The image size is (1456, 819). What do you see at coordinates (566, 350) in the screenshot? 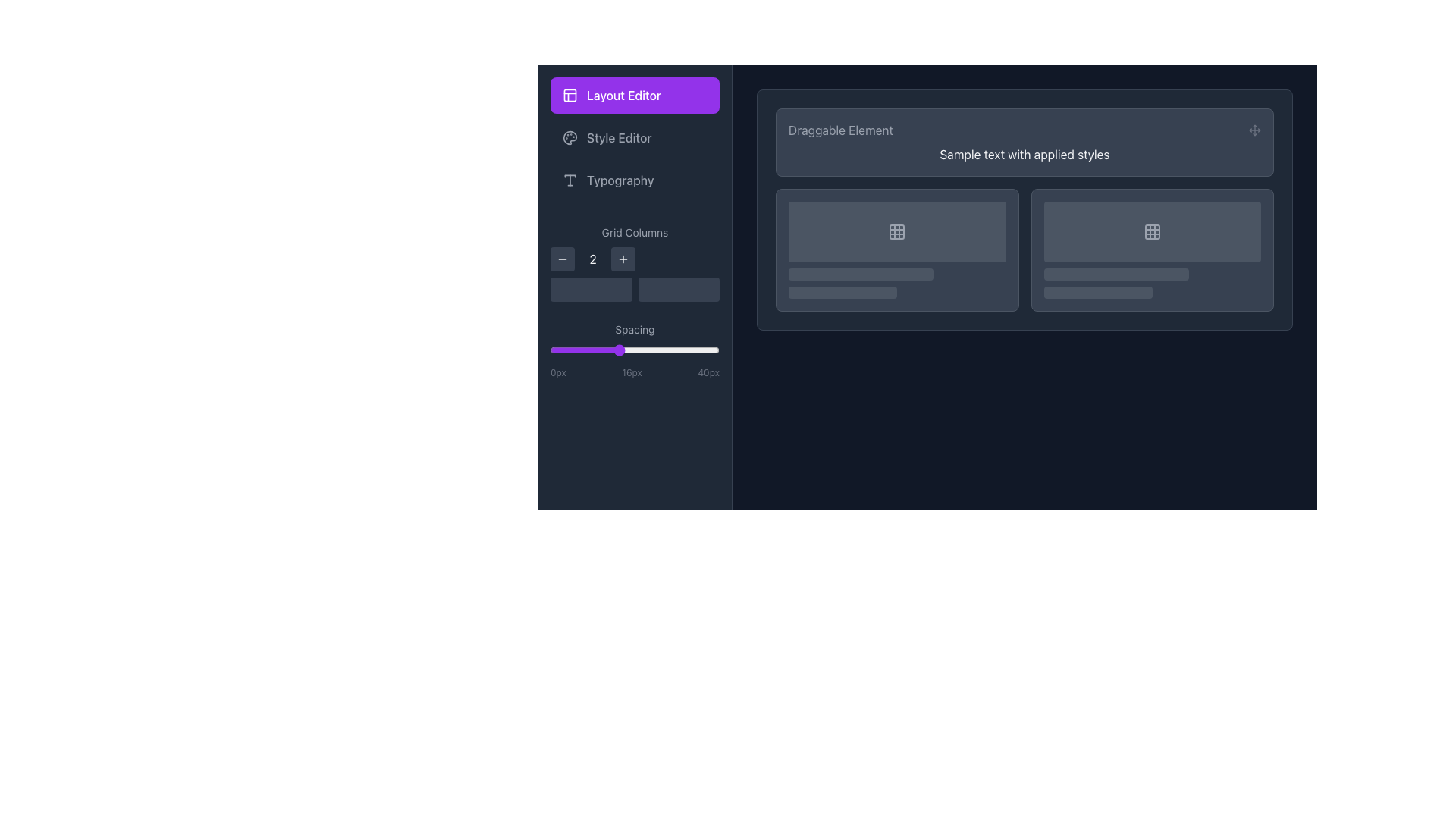
I see `spacing` at bounding box center [566, 350].